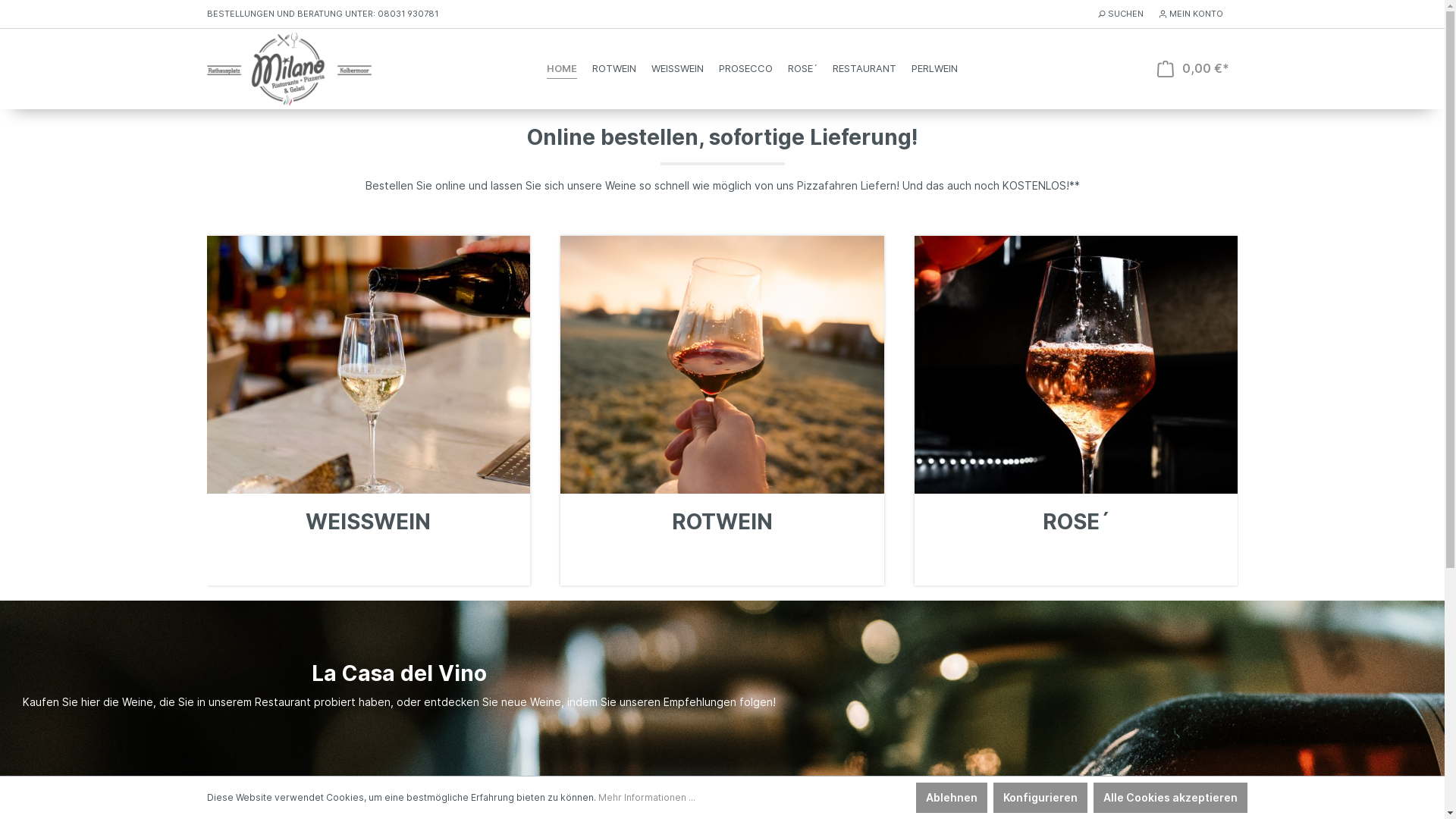 The height and width of the screenshot is (819, 1456). I want to click on 'PERLWEIN', so click(910, 69).